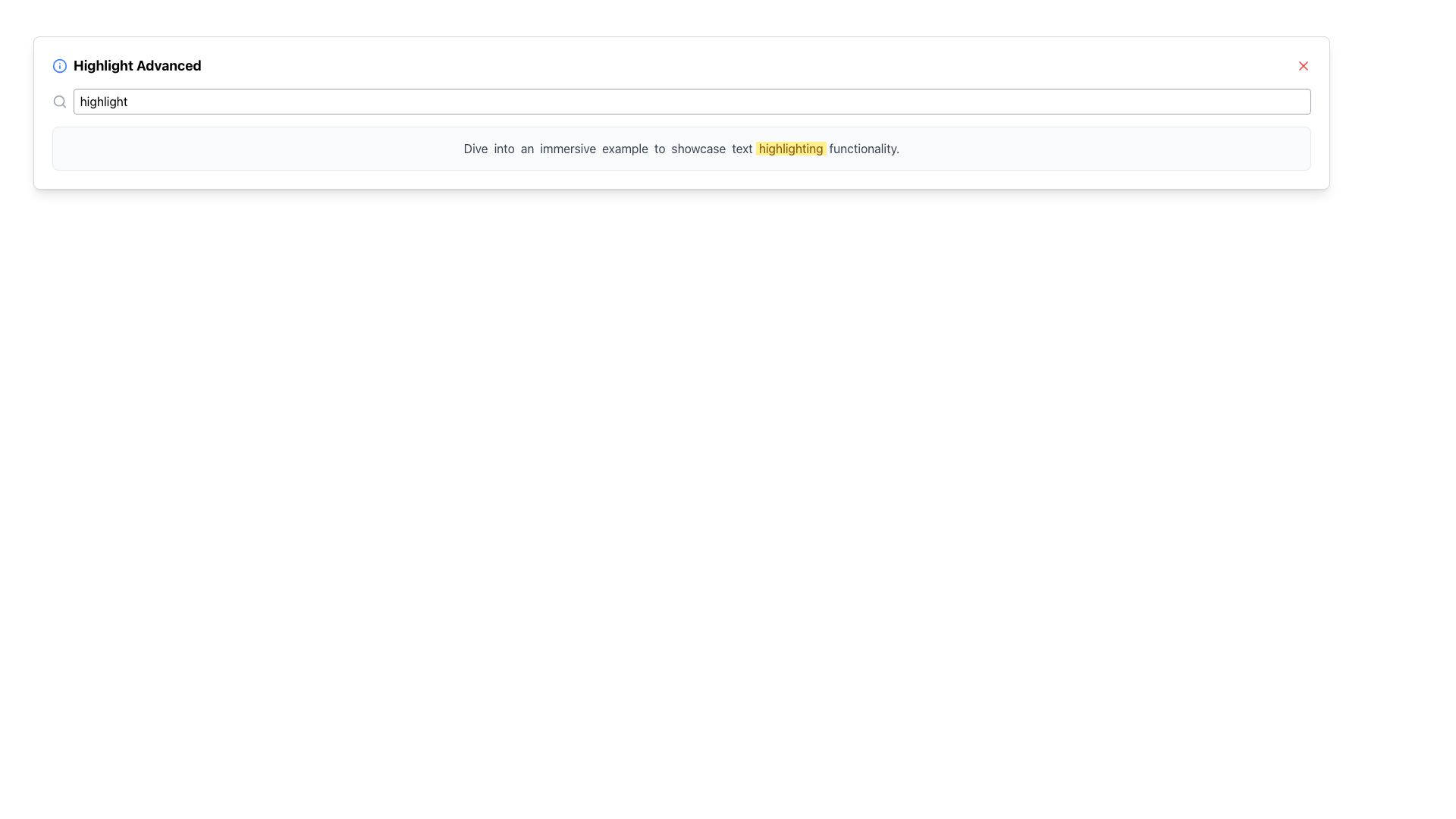 The height and width of the screenshot is (819, 1456). What do you see at coordinates (127, 65) in the screenshot?
I see `the 'Highlight Advanced' text label, which is styled with a bold and large font and located at the top-left section of the interface` at bounding box center [127, 65].